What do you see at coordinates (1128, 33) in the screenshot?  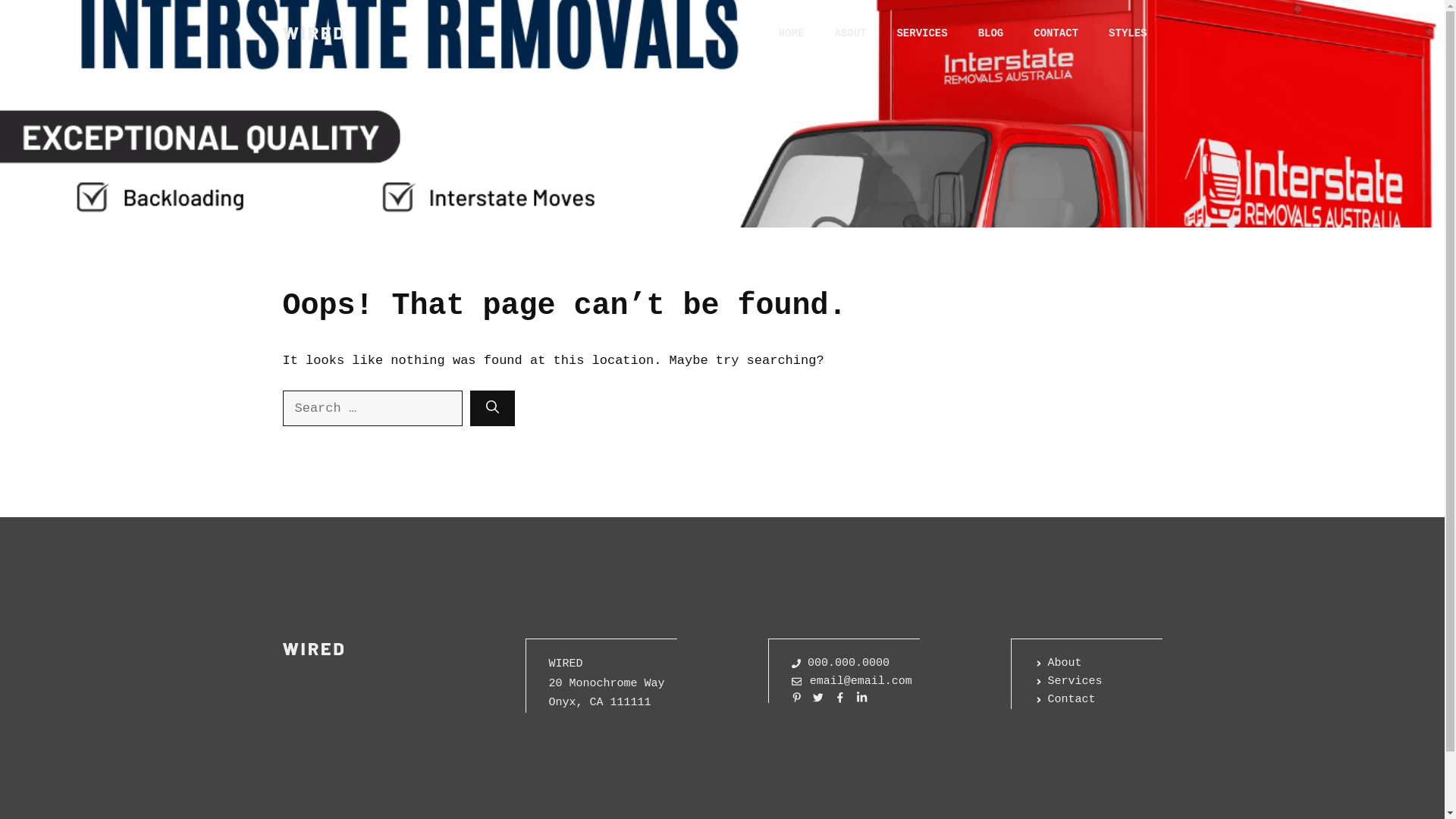 I see `'STYLES'` at bounding box center [1128, 33].